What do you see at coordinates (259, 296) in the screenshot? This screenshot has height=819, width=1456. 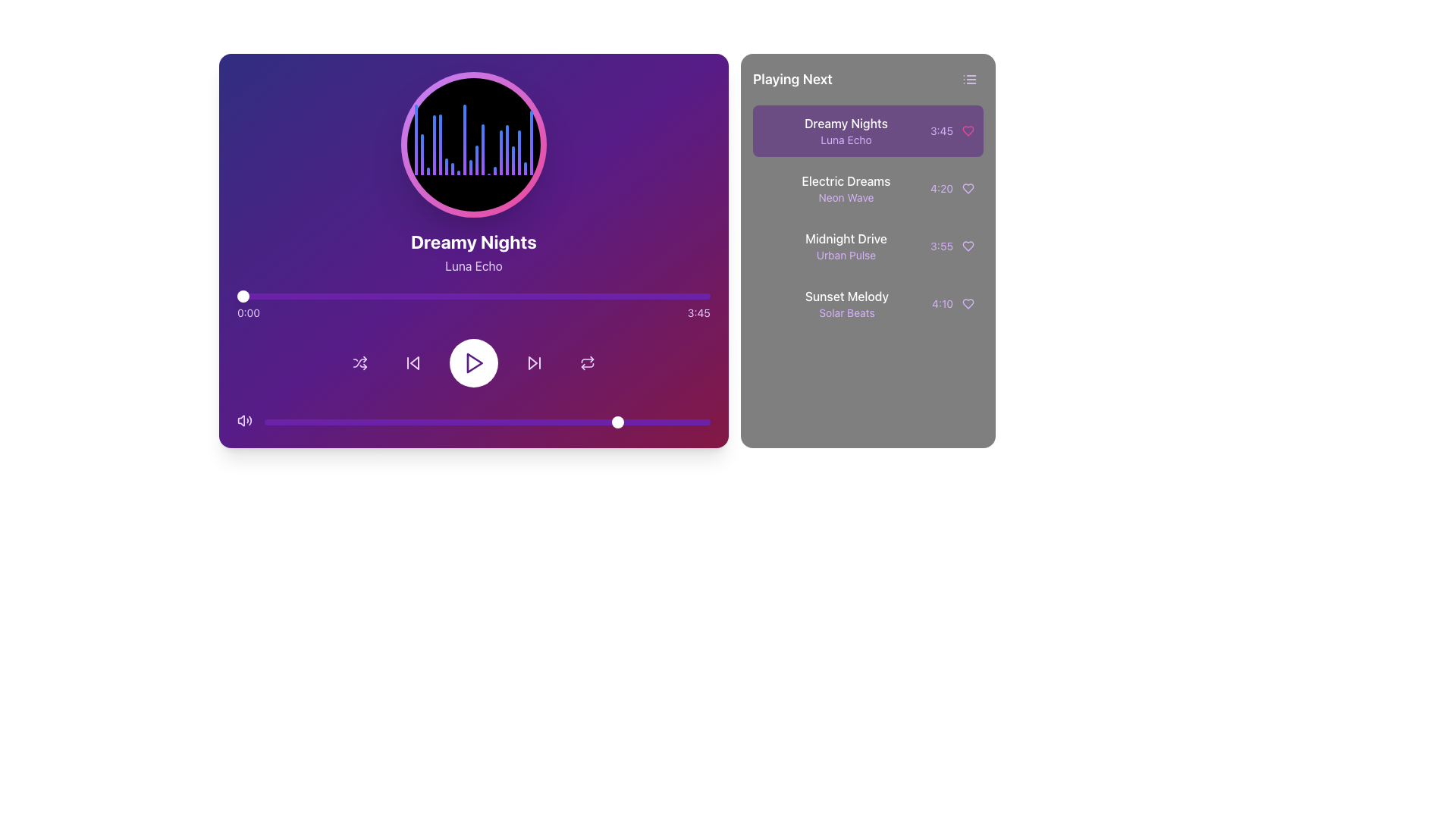 I see `the playback position` at bounding box center [259, 296].